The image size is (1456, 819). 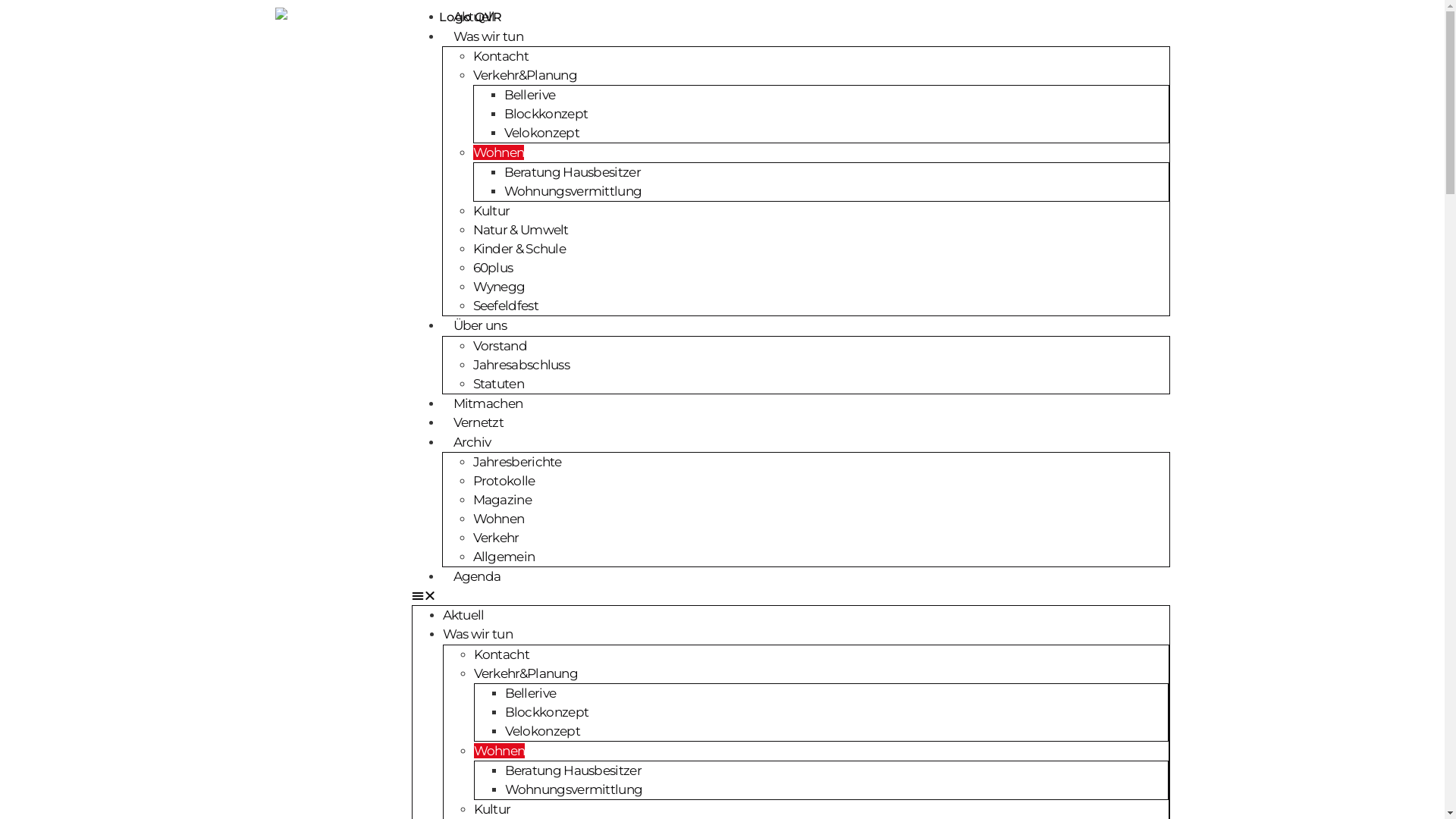 I want to click on 'Natur & Umwelt', so click(x=520, y=230).